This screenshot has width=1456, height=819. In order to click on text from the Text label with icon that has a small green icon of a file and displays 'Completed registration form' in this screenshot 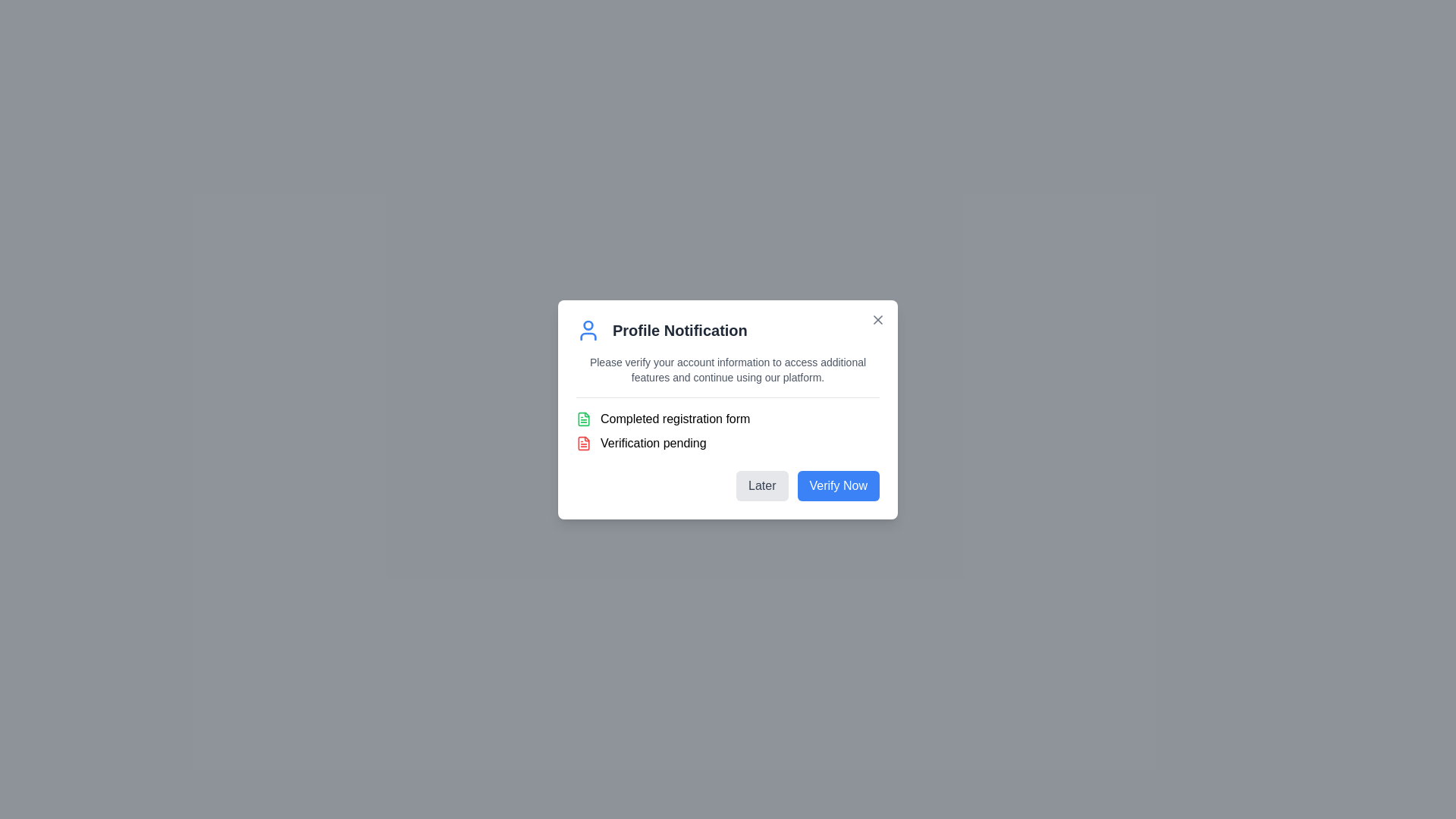, I will do `click(728, 418)`.